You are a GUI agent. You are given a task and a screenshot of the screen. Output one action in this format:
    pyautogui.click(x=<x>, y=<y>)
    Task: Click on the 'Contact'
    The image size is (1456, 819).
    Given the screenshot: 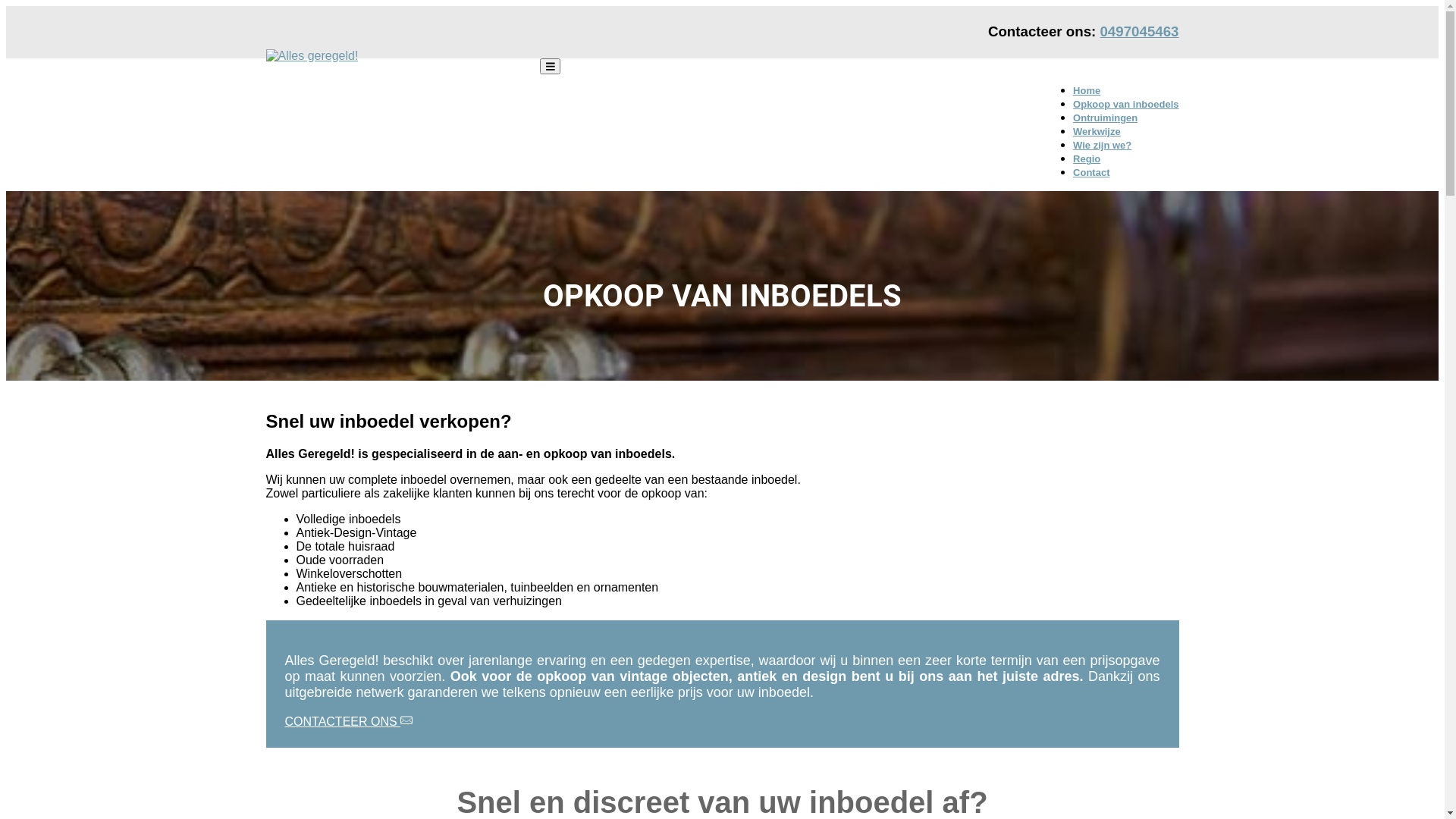 What is the action you would take?
    pyautogui.click(x=1090, y=171)
    